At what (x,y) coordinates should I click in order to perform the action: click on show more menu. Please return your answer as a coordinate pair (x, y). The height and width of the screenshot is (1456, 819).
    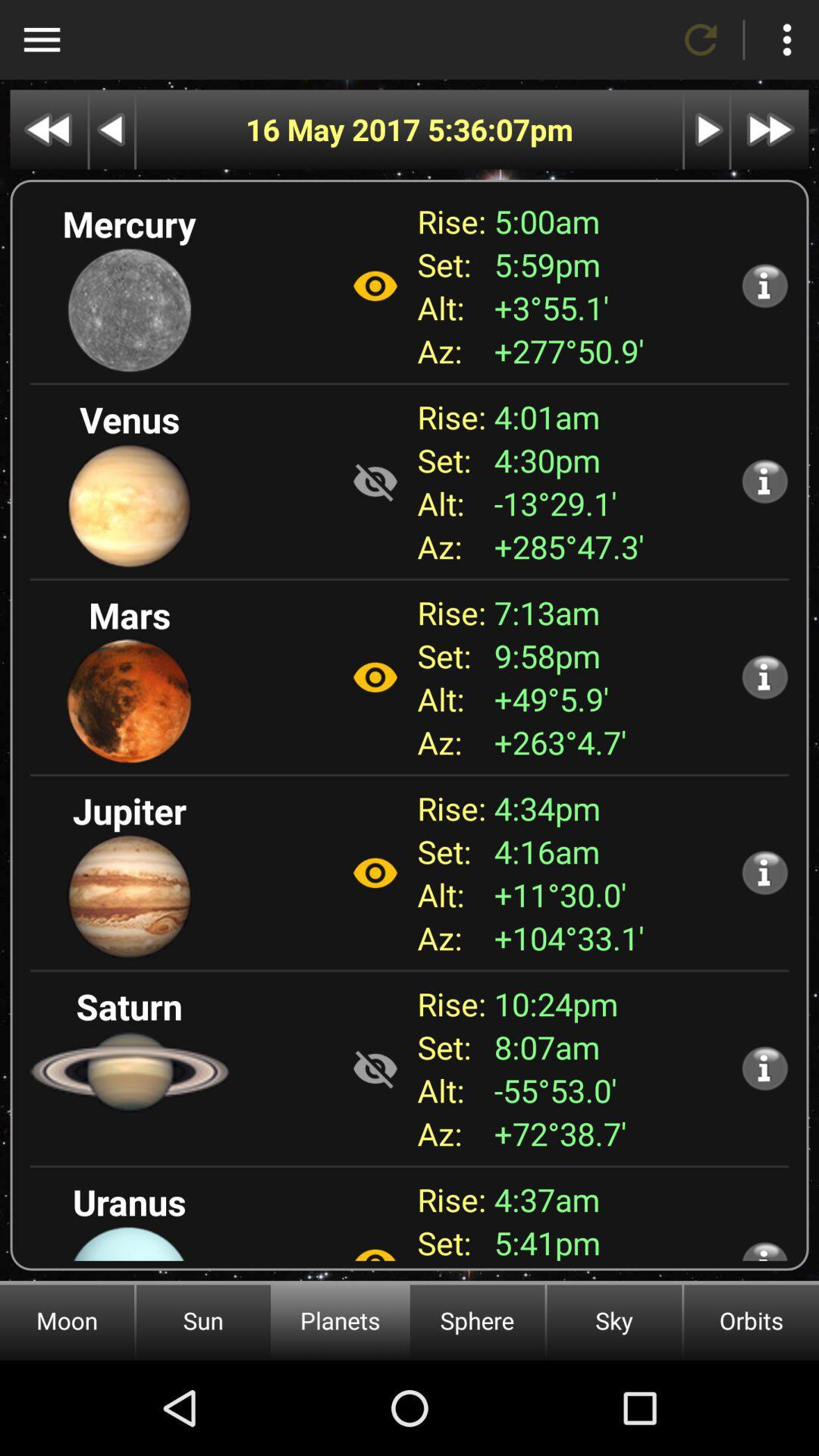
    Looking at the image, I should click on (786, 39).